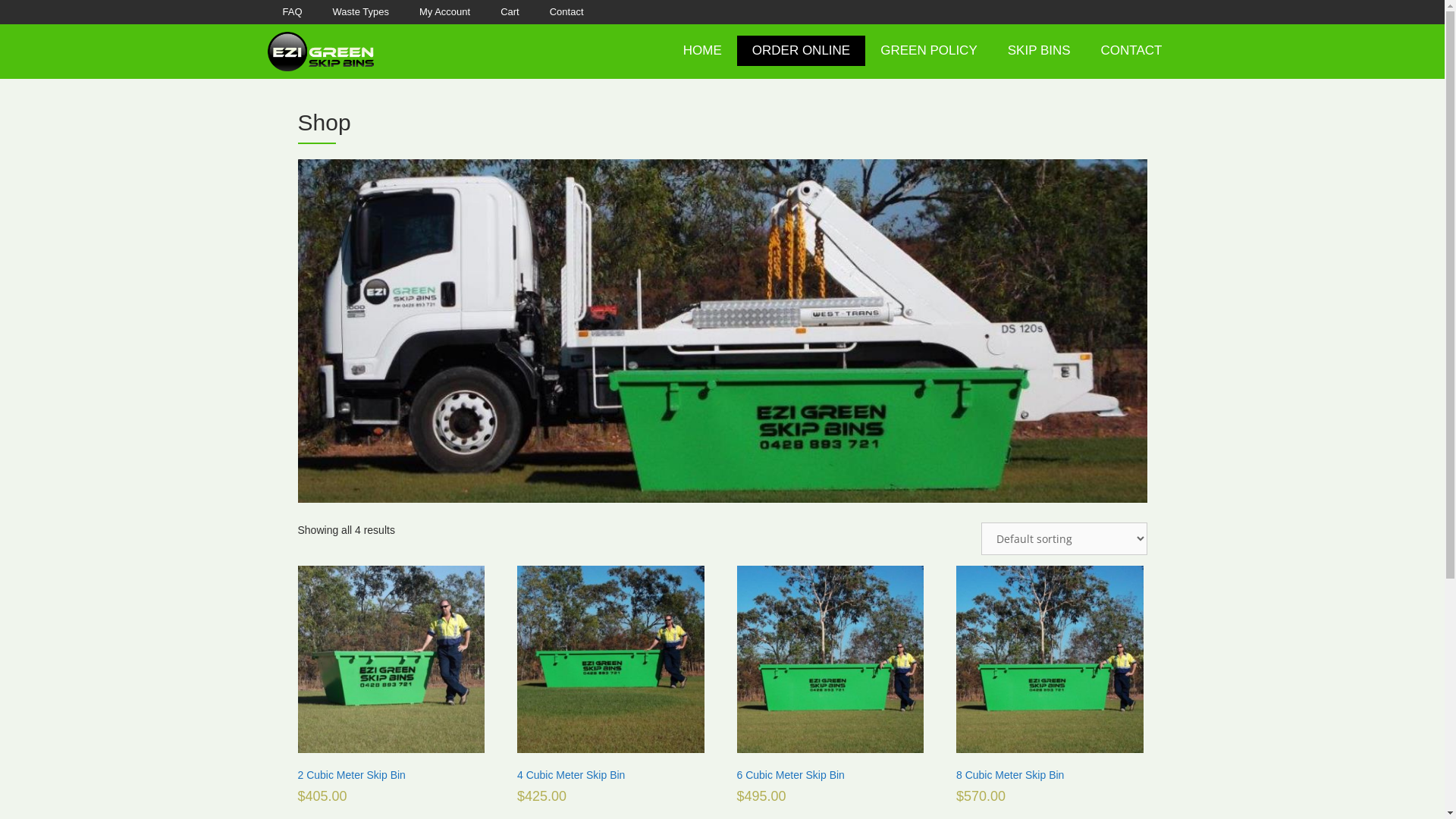 The image size is (1456, 819). What do you see at coordinates (444, 11) in the screenshot?
I see `'My Account'` at bounding box center [444, 11].